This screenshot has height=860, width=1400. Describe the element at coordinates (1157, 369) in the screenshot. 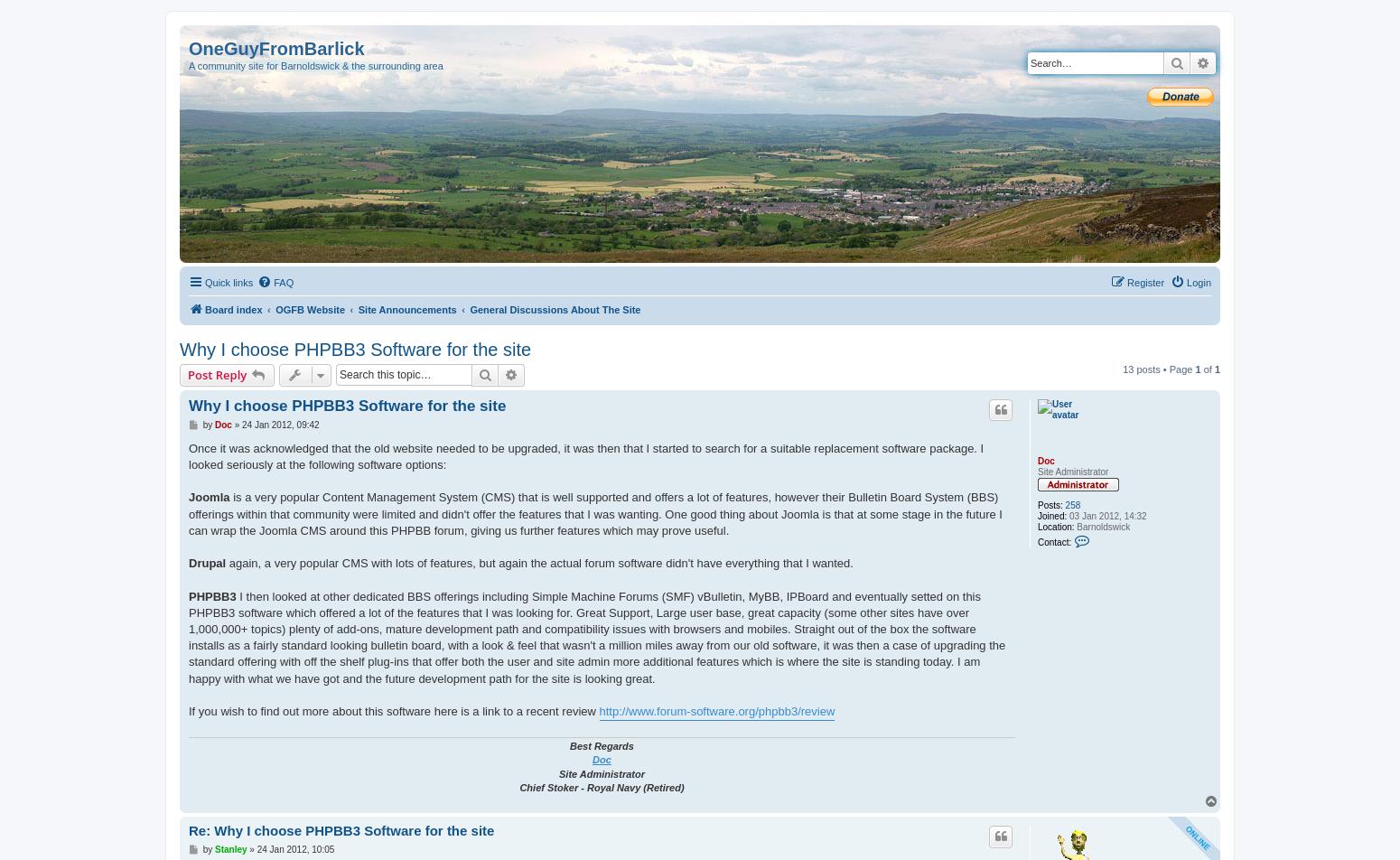

I see `'13 posts
							• Page'` at that location.